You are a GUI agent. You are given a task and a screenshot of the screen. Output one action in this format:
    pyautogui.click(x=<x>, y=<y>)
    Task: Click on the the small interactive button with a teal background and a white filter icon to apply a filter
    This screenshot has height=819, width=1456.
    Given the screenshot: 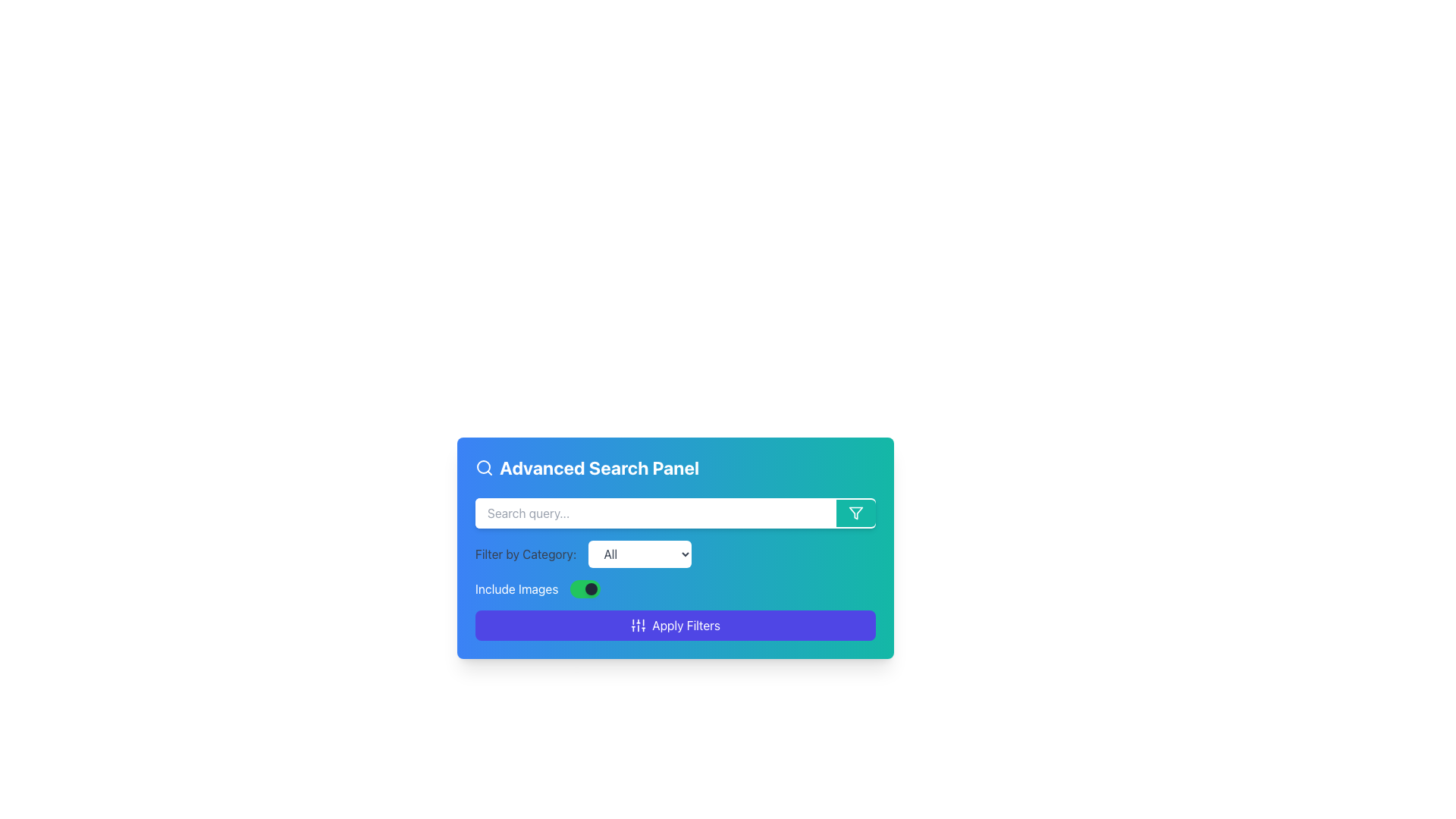 What is the action you would take?
    pyautogui.click(x=855, y=513)
    